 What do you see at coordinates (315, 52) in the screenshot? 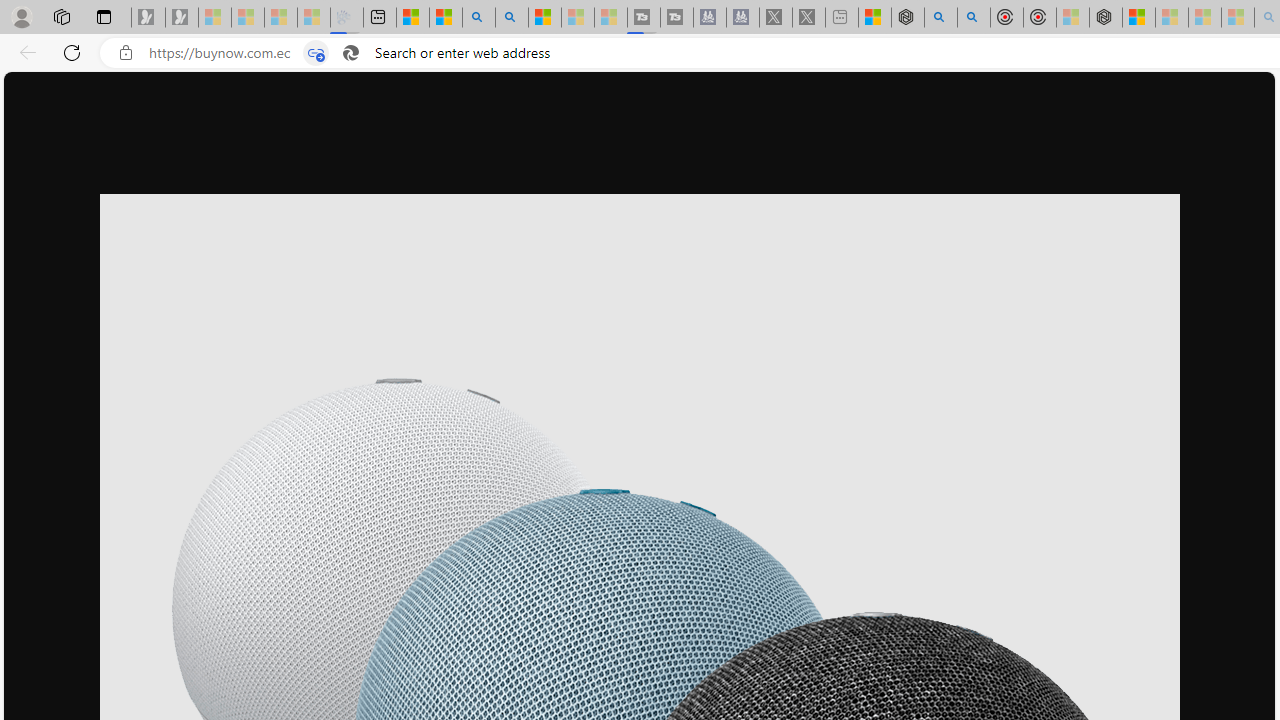
I see `'Tabs in split screen'` at bounding box center [315, 52].